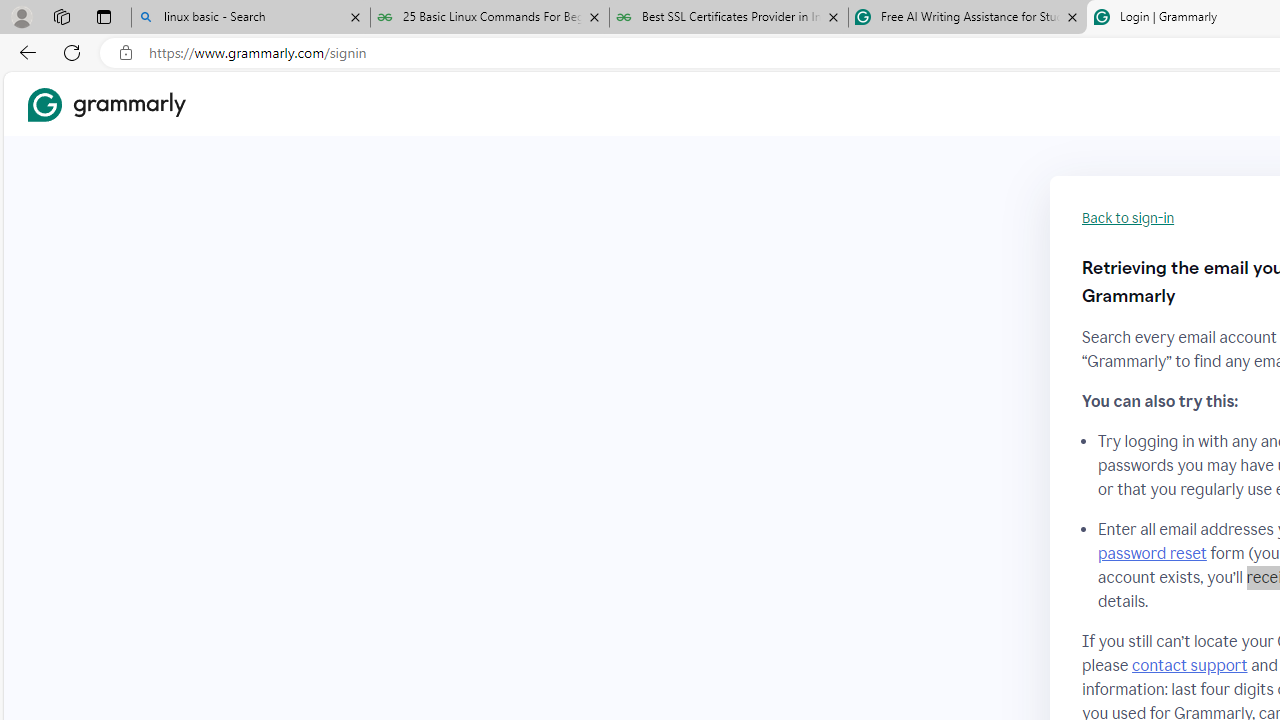 This screenshot has height=720, width=1280. What do you see at coordinates (249, 17) in the screenshot?
I see `'linux basic - Search'` at bounding box center [249, 17].